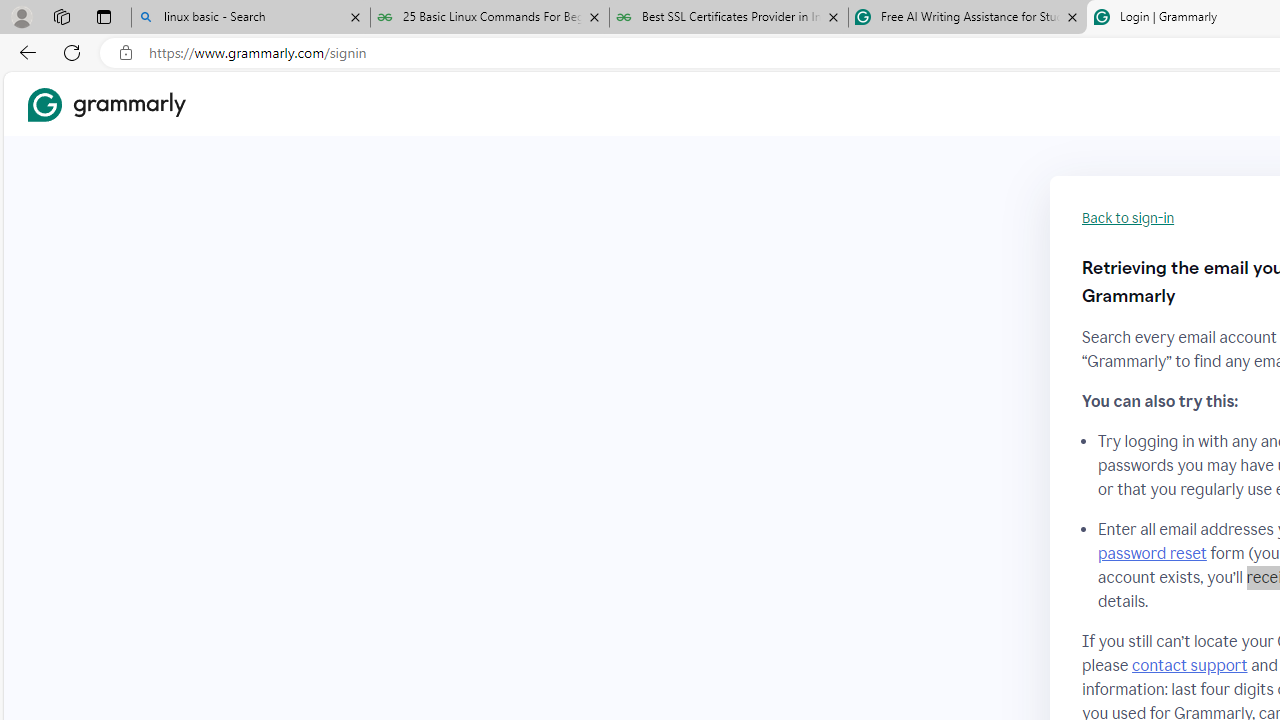 This screenshot has height=720, width=1280. What do you see at coordinates (249, 17) in the screenshot?
I see `'linux basic - Search'` at bounding box center [249, 17].